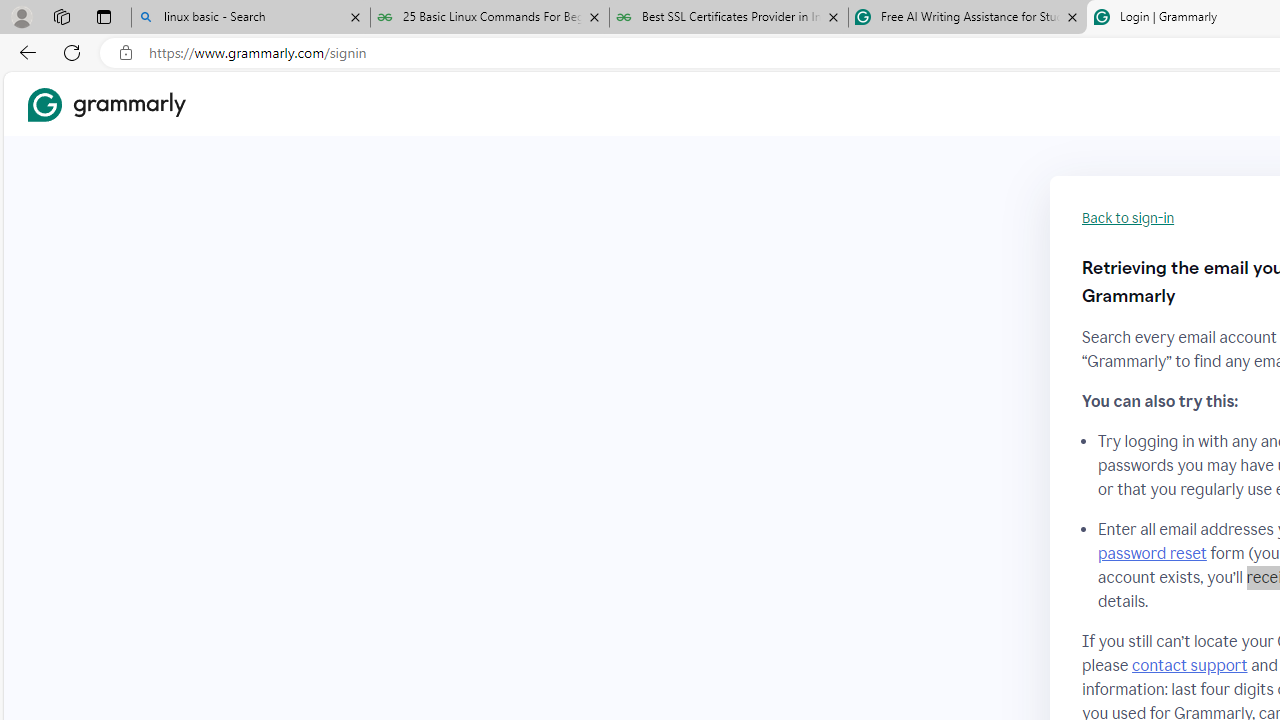 This screenshot has height=720, width=1280. What do you see at coordinates (249, 17) in the screenshot?
I see `'linux basic - Search'` at bounding box center [249, 17].